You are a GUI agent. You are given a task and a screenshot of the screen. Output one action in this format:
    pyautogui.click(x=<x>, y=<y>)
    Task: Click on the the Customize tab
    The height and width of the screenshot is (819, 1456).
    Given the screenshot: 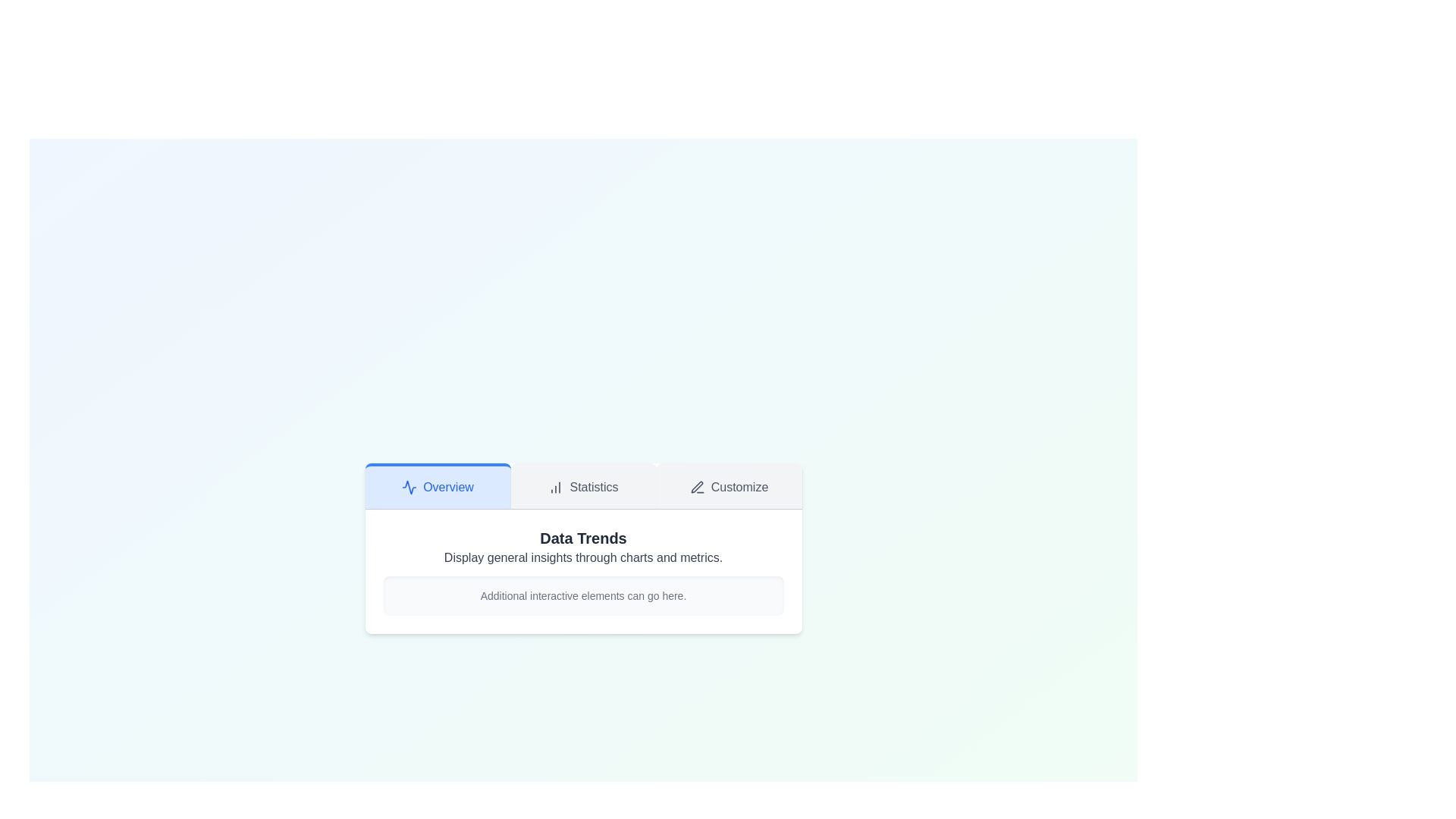 What is the action you would take?
    pyautogui.click(x=729, y=485)
    